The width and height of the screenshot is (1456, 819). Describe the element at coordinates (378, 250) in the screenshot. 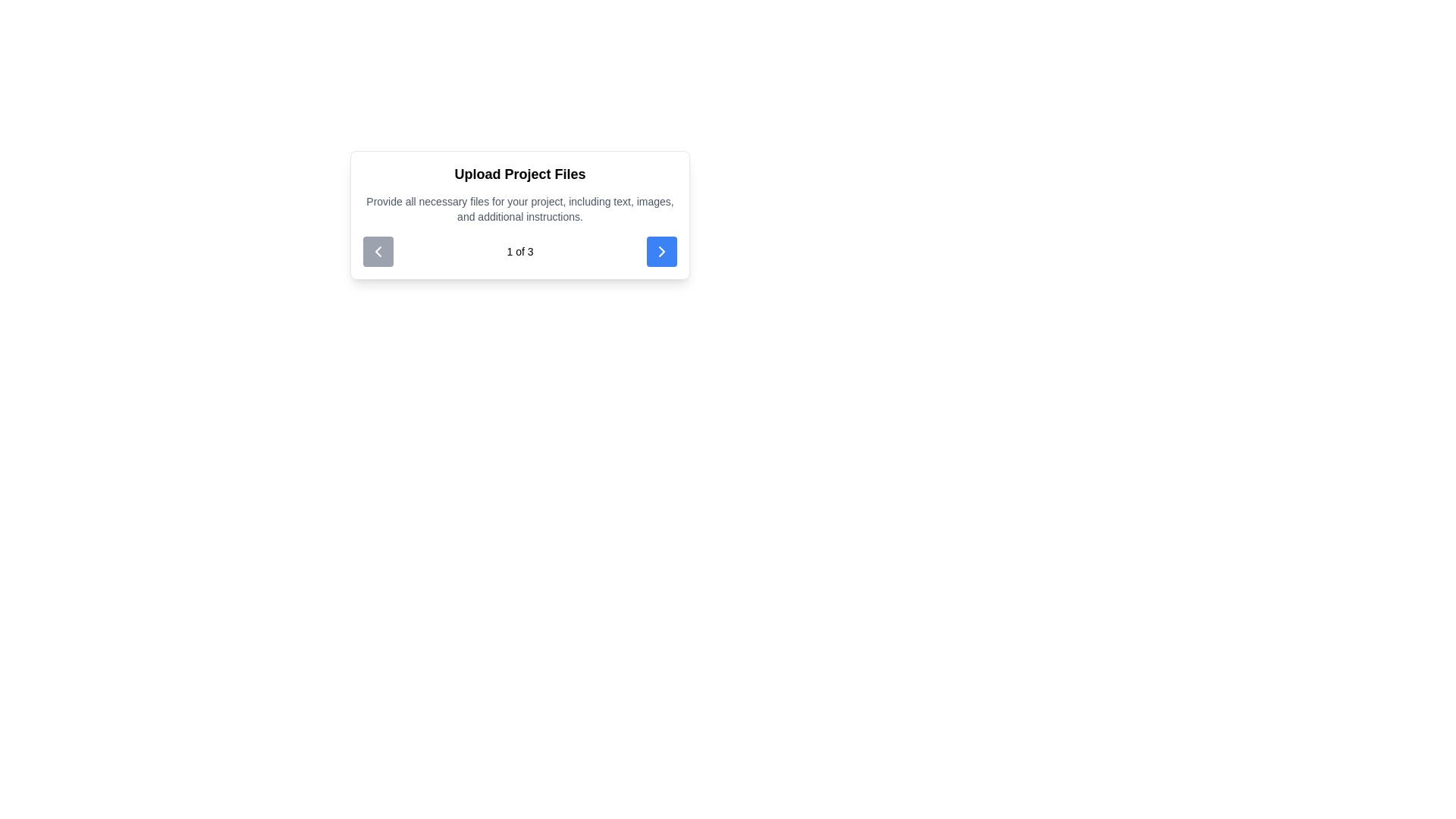

I see `the left-pointing chevron arrow icon` at that location.